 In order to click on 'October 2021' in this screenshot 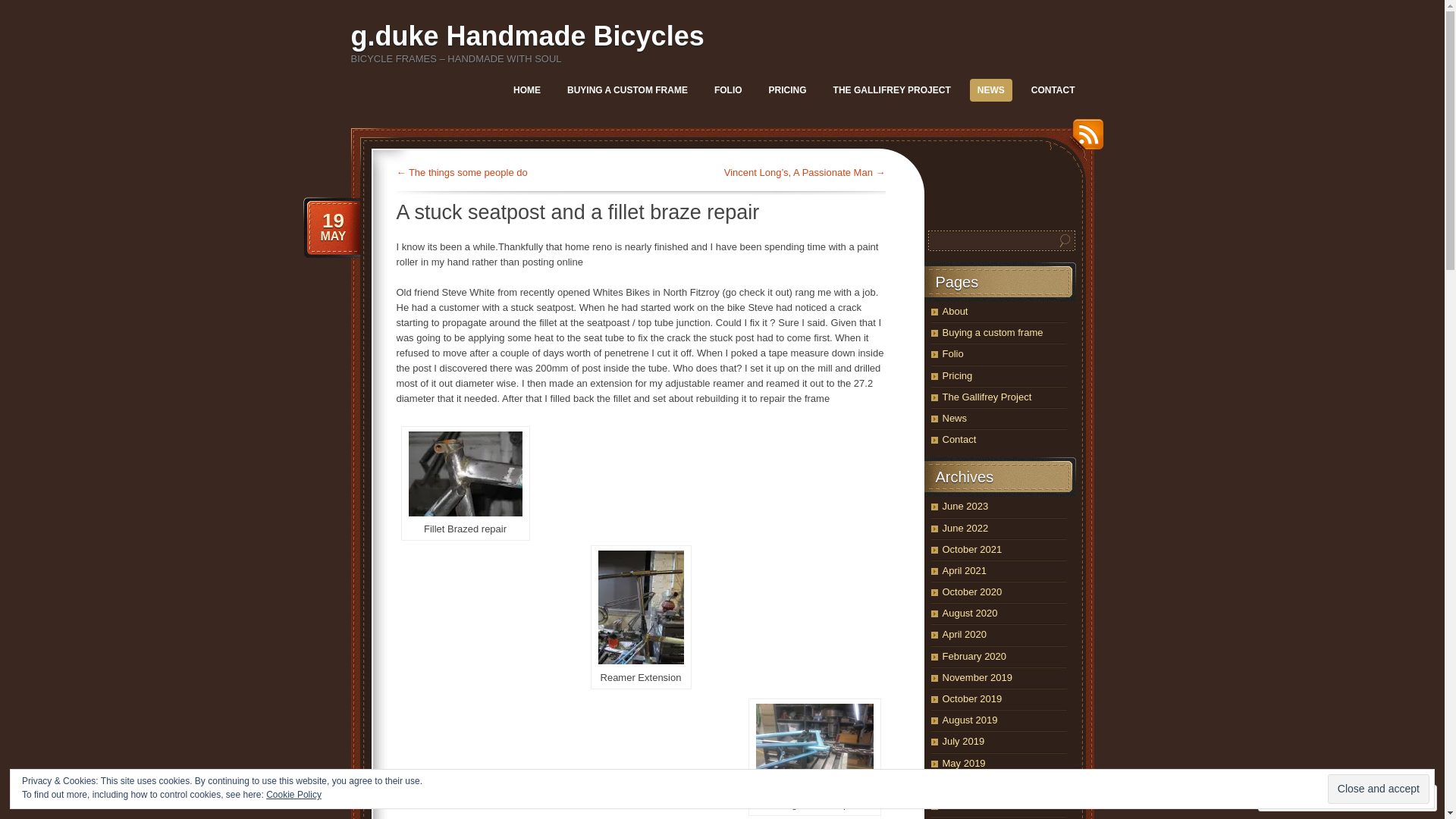, I will do `click(971, 549)`.